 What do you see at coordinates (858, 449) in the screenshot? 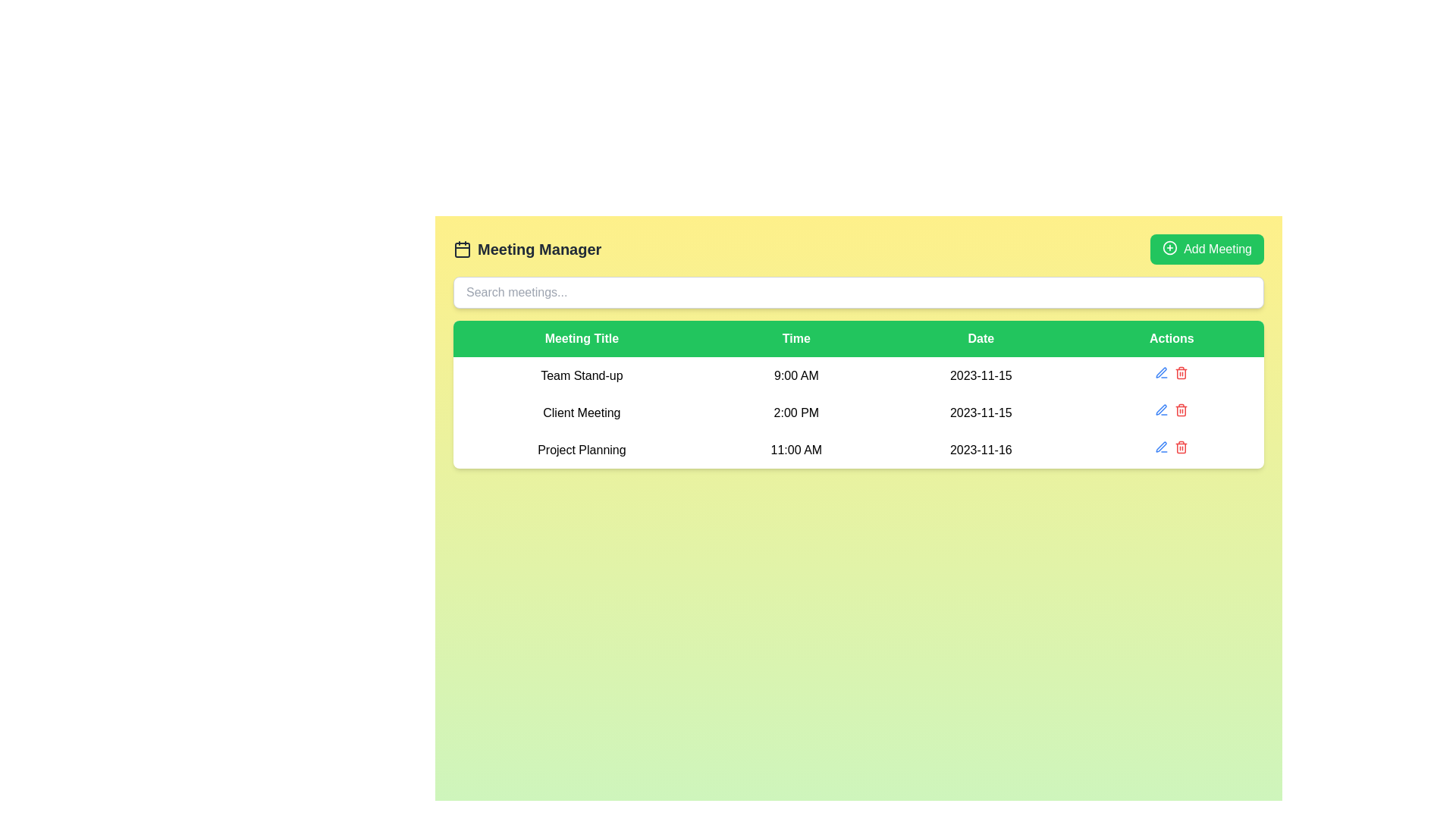
I see `the third row of the meeting schedule table, which displays details including the title, time, date, and has an 'Actions' section for interaction` at bounding box center [858, 449].